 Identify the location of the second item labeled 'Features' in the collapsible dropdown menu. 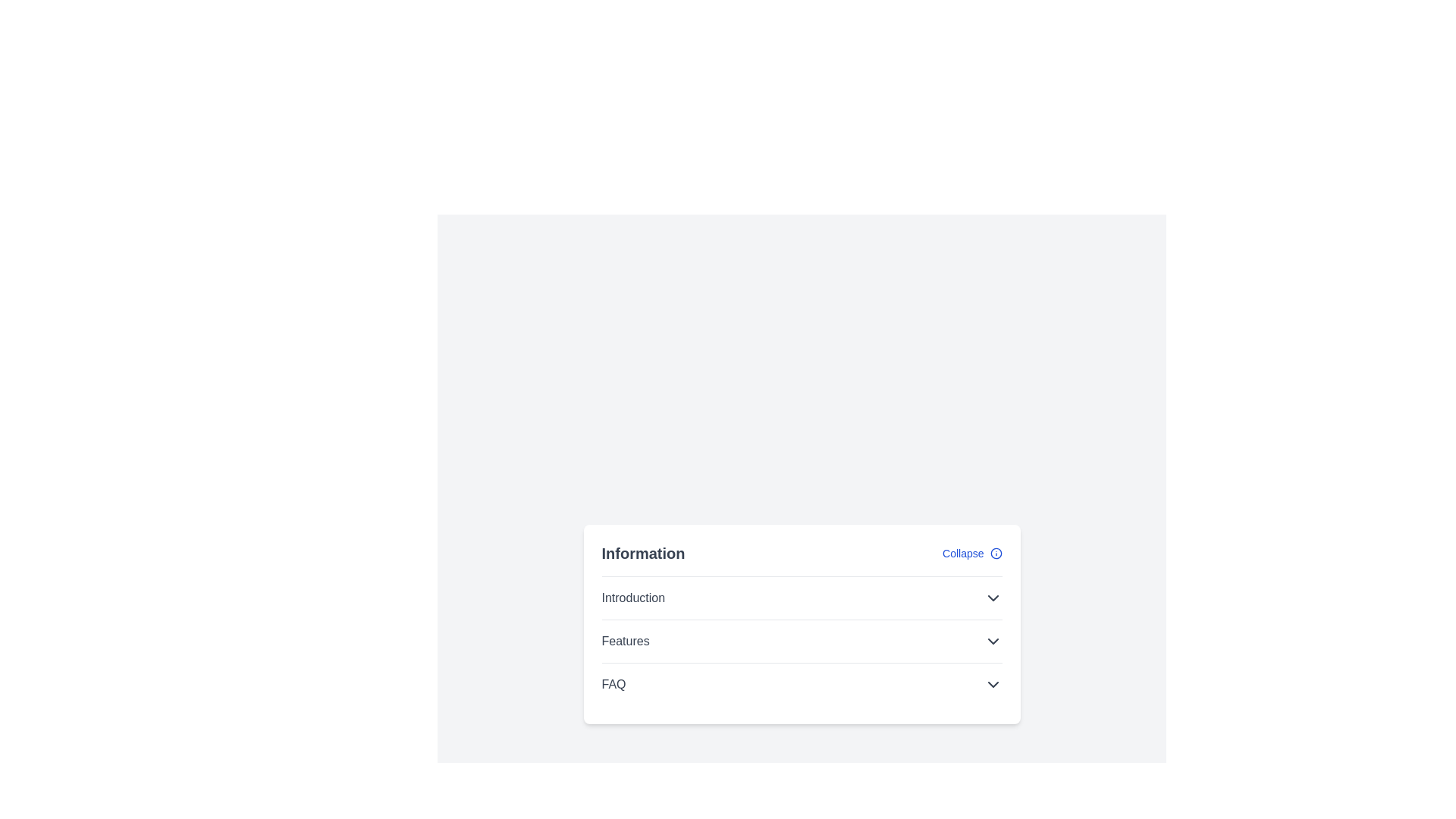
(801, 640).